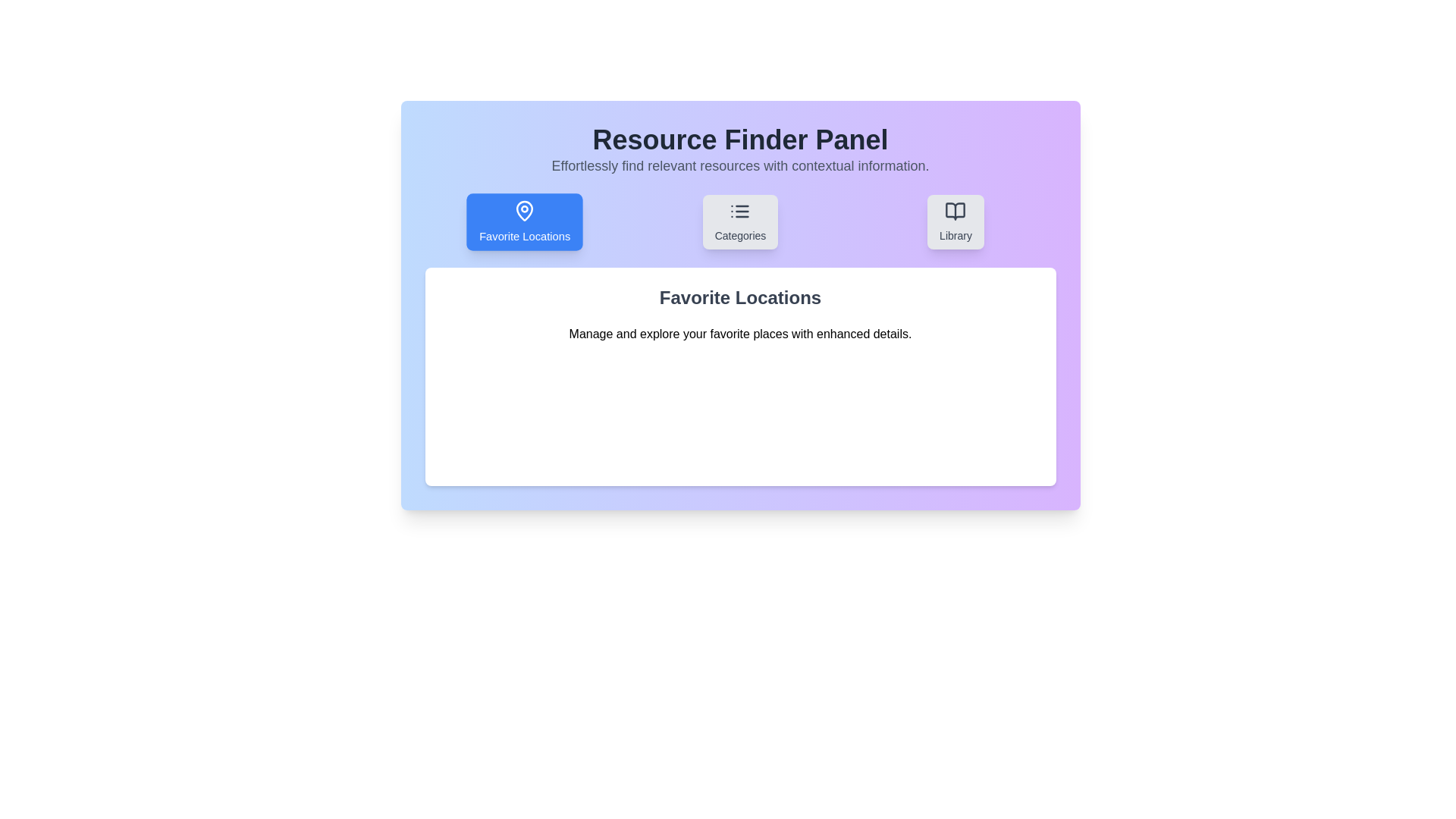 The height and width of the screenshot is (819, 1456). What do you see at coordinates (740, 222) in the screenshot?
I see `the Categories tab to view its content` at bounding box center [740, 222].